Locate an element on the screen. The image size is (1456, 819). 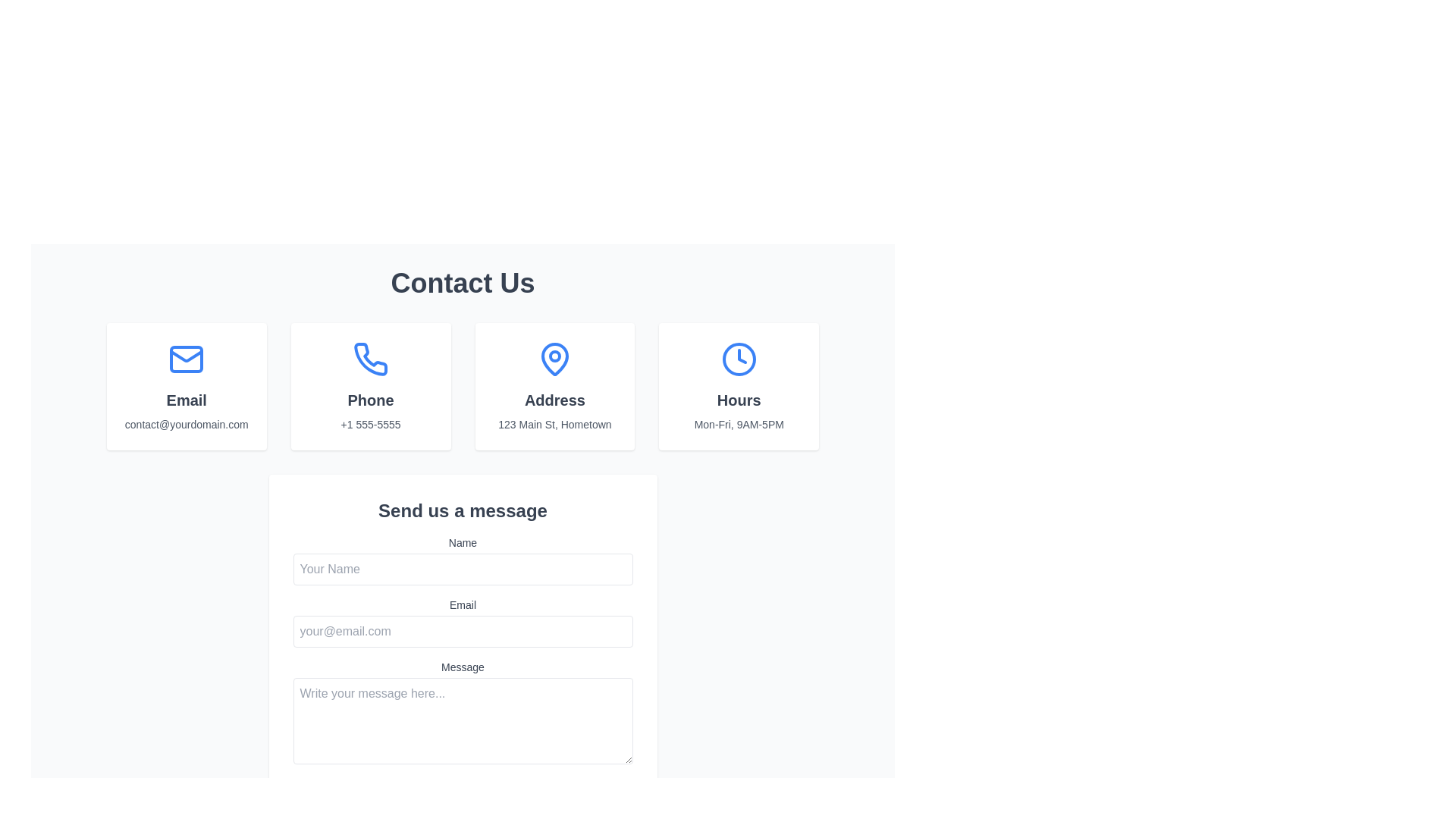
the clock icon representing operating hours located in the 'Hours' section, positioned as the fourth item after 'Email', 'Phone', and 'Address' is located at coordinates (739, 359).